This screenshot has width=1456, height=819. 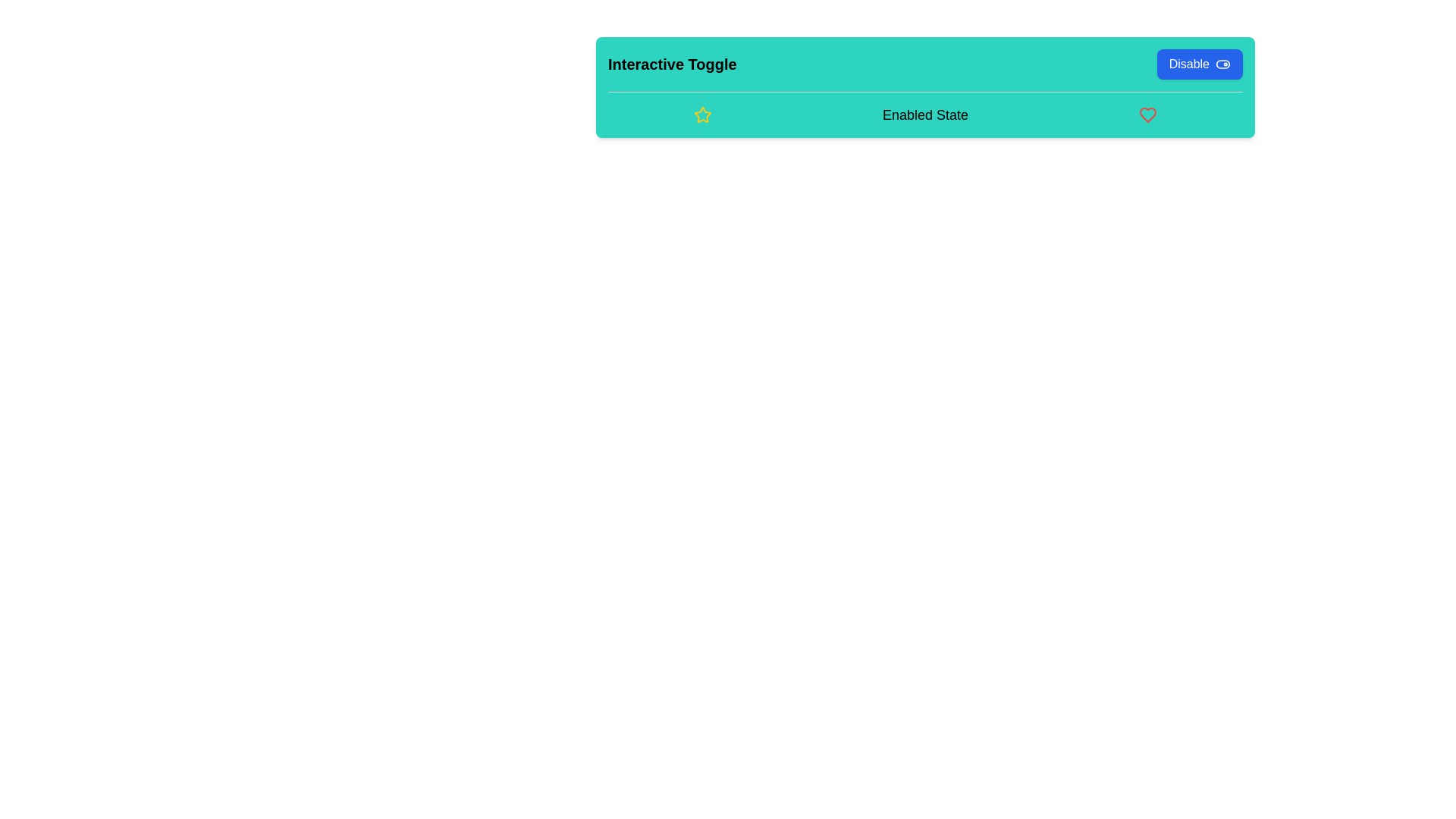 What do you see at coordinates (924, 114) in the screenshot?
I see `the informational text label that displays 'Enabled State', which is centered between a yellow star icon on the left and a red heart icon on the right` at bounding box center [924, 114].